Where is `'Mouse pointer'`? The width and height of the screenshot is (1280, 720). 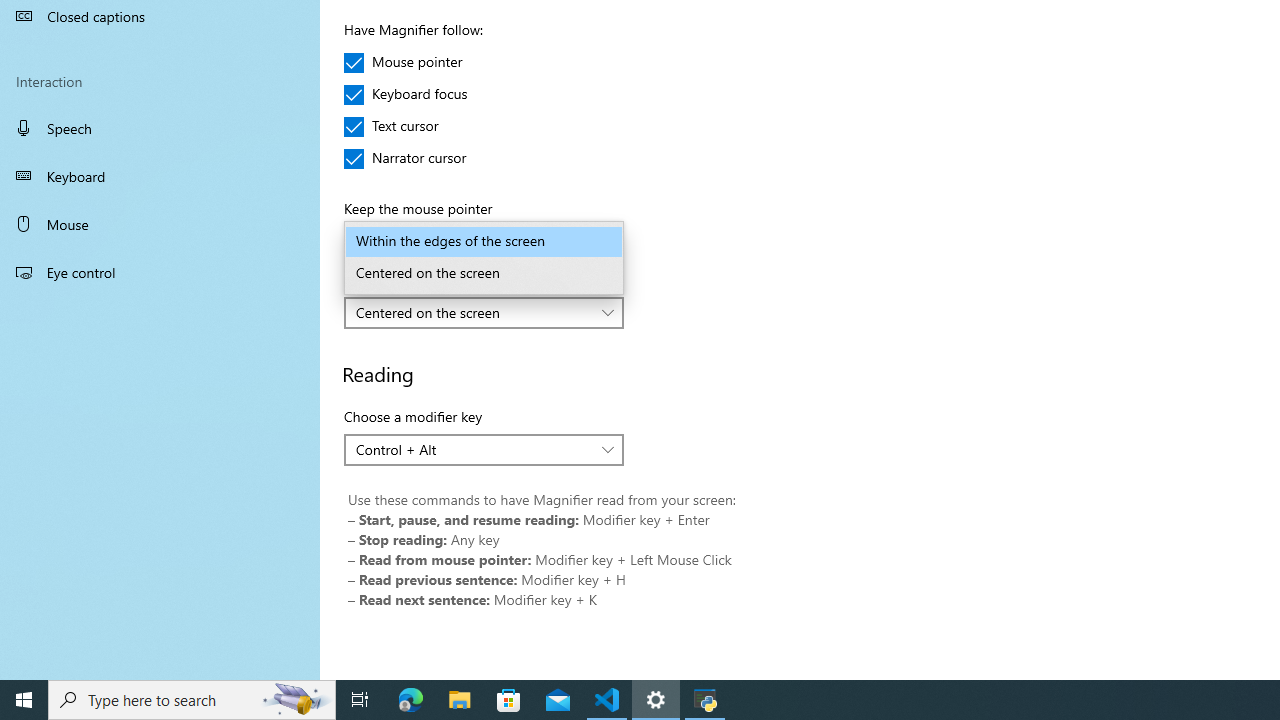
'Mouse pointer' is located at coordinates (402, 61).